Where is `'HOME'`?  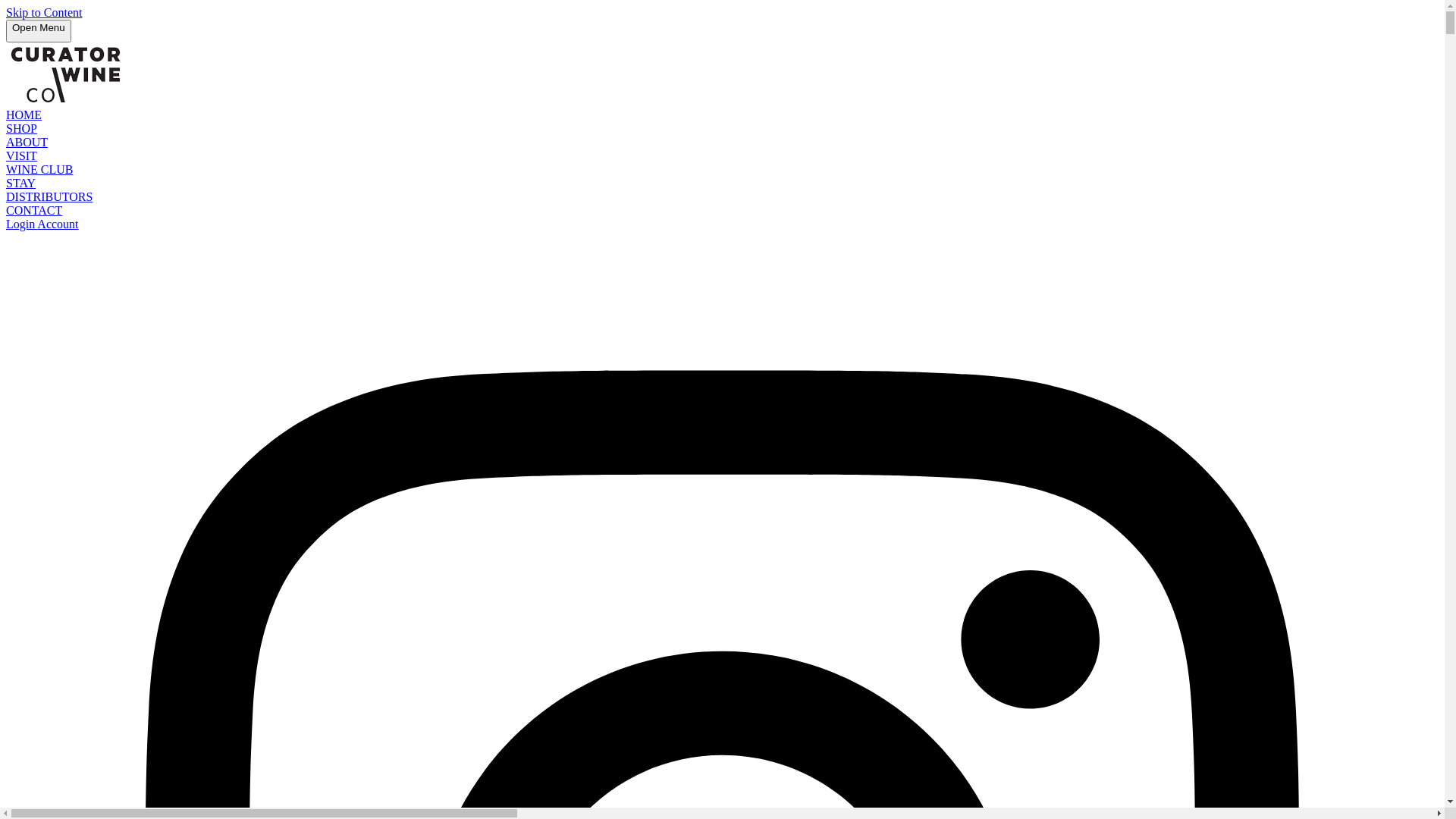
'HOME' is located at coordinates (24, 114).